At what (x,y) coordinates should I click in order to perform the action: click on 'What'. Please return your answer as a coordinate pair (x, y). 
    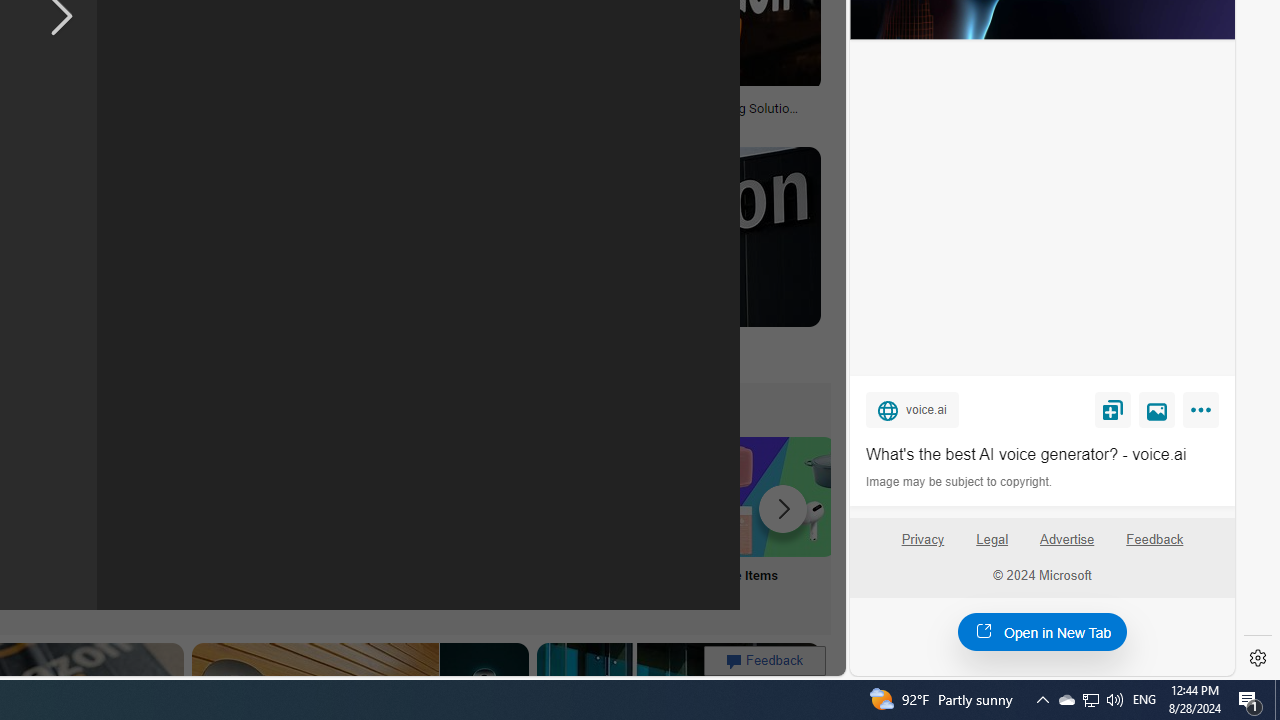
    Looking at the image, I should click on (1041, 455).